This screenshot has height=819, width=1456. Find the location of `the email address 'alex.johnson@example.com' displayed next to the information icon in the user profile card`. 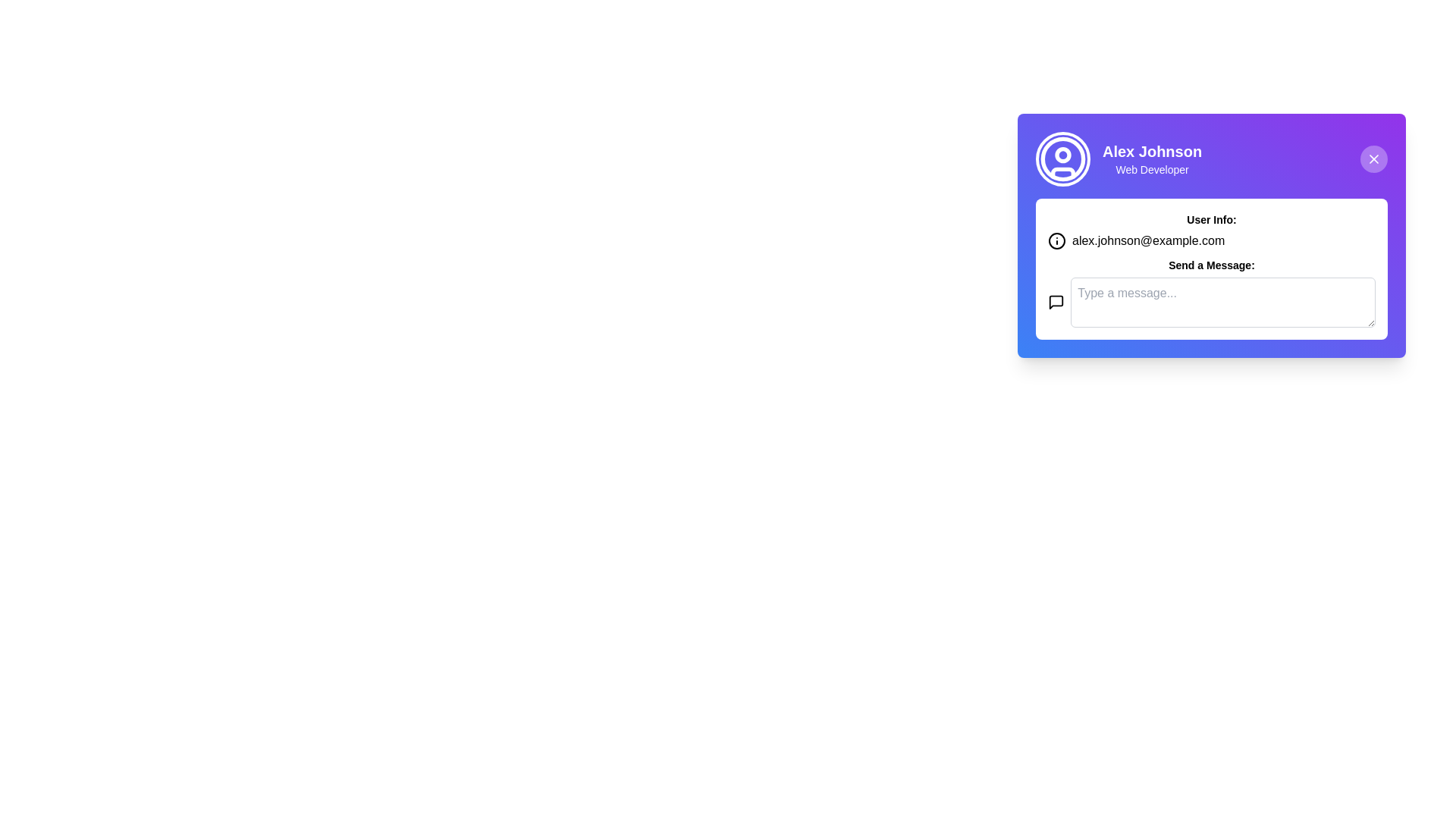

the email address 'alex.johnson@example.com' displayed next to the information icon in the user profile card is located at coordinates (1211, 240).